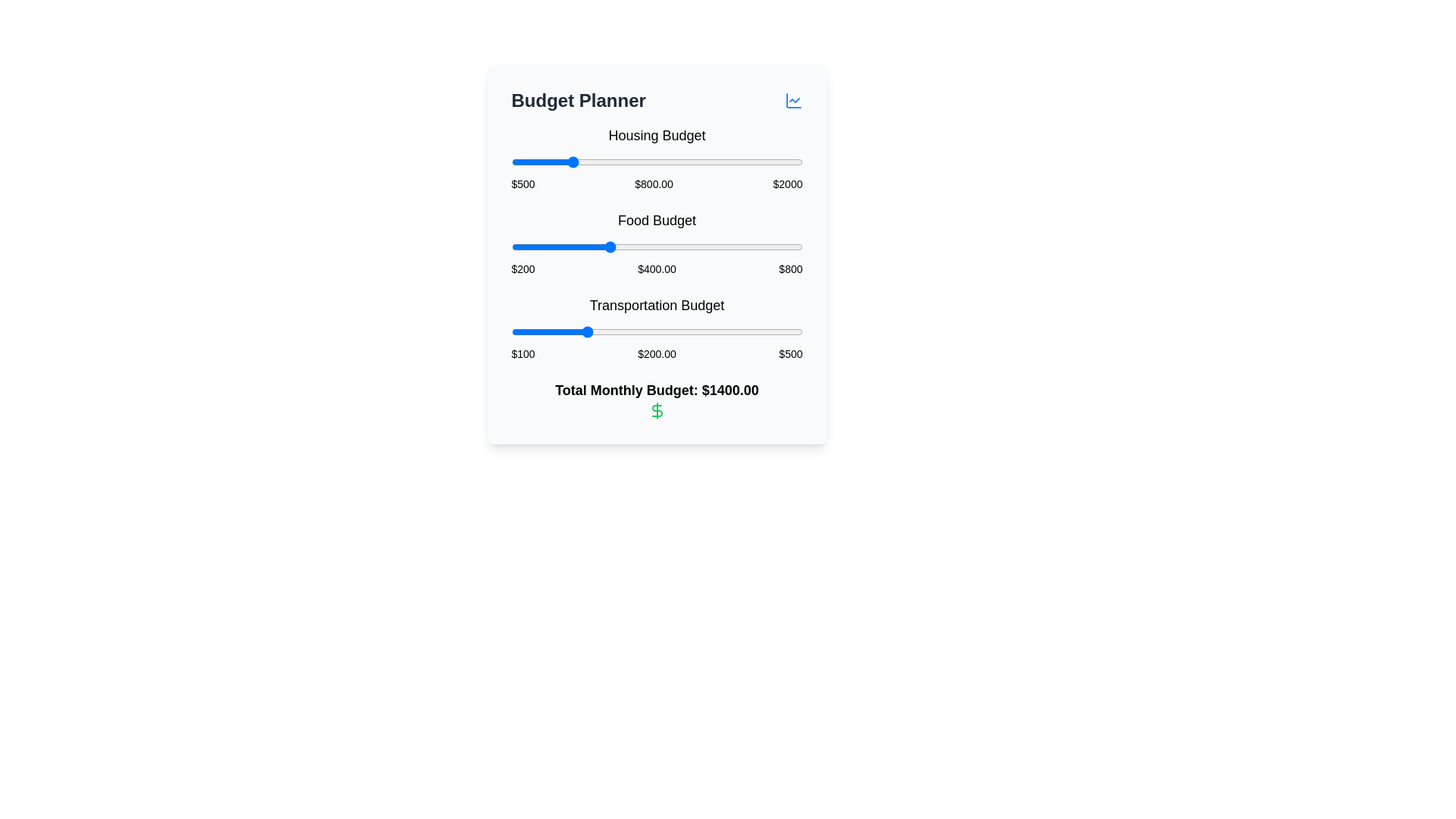 Image resolution: width=1456 pixels, height=819 pixels. Describe the element at coordinates (788, 184) in the screenshot. I see `the static text label that indicates the maximum value for the housing budget slider, located to the right of the slider value '$800.00'` at that location.